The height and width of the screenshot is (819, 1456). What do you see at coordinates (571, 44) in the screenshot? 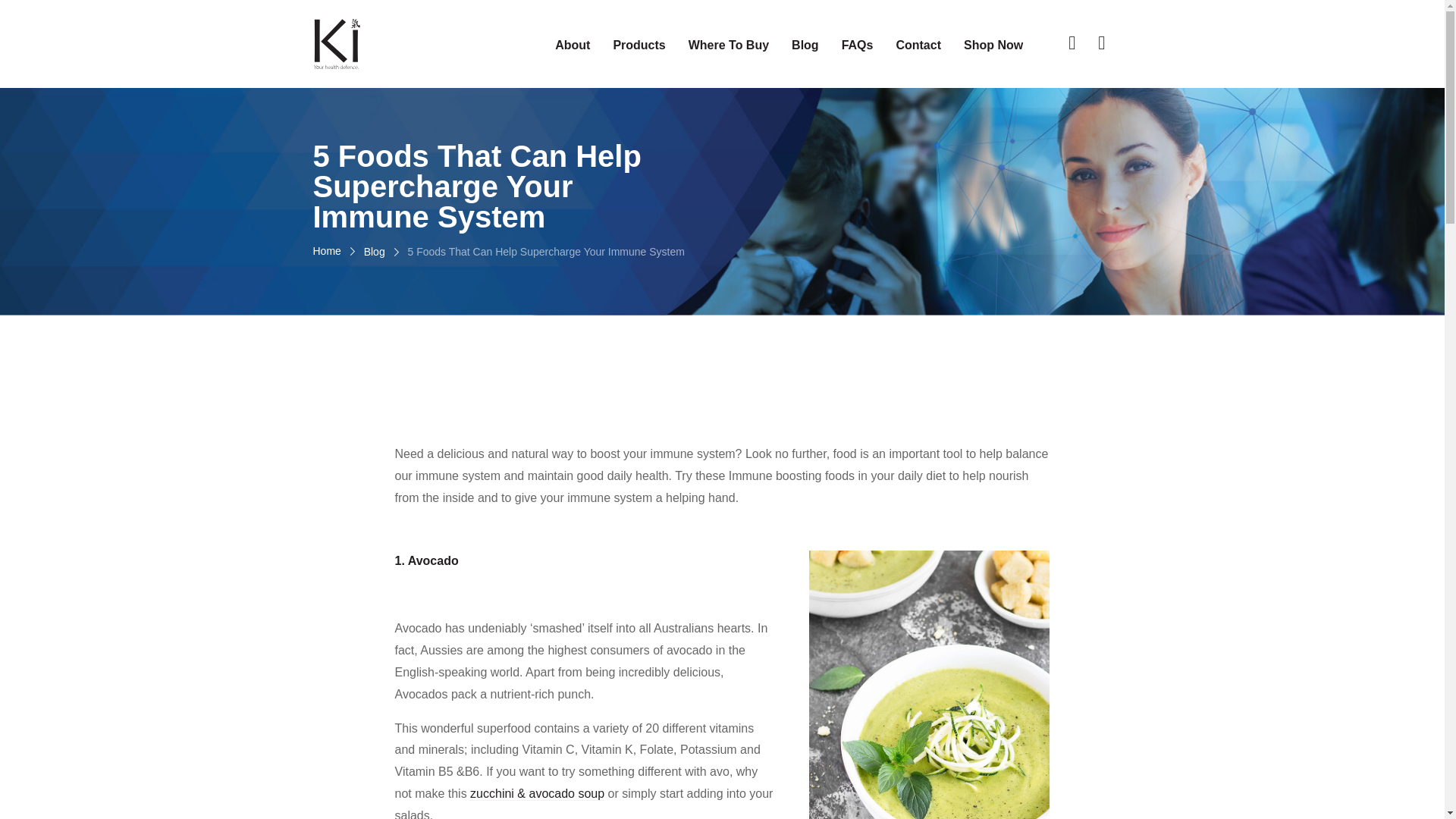
I see `'About'` at bounding box center [571, 44].